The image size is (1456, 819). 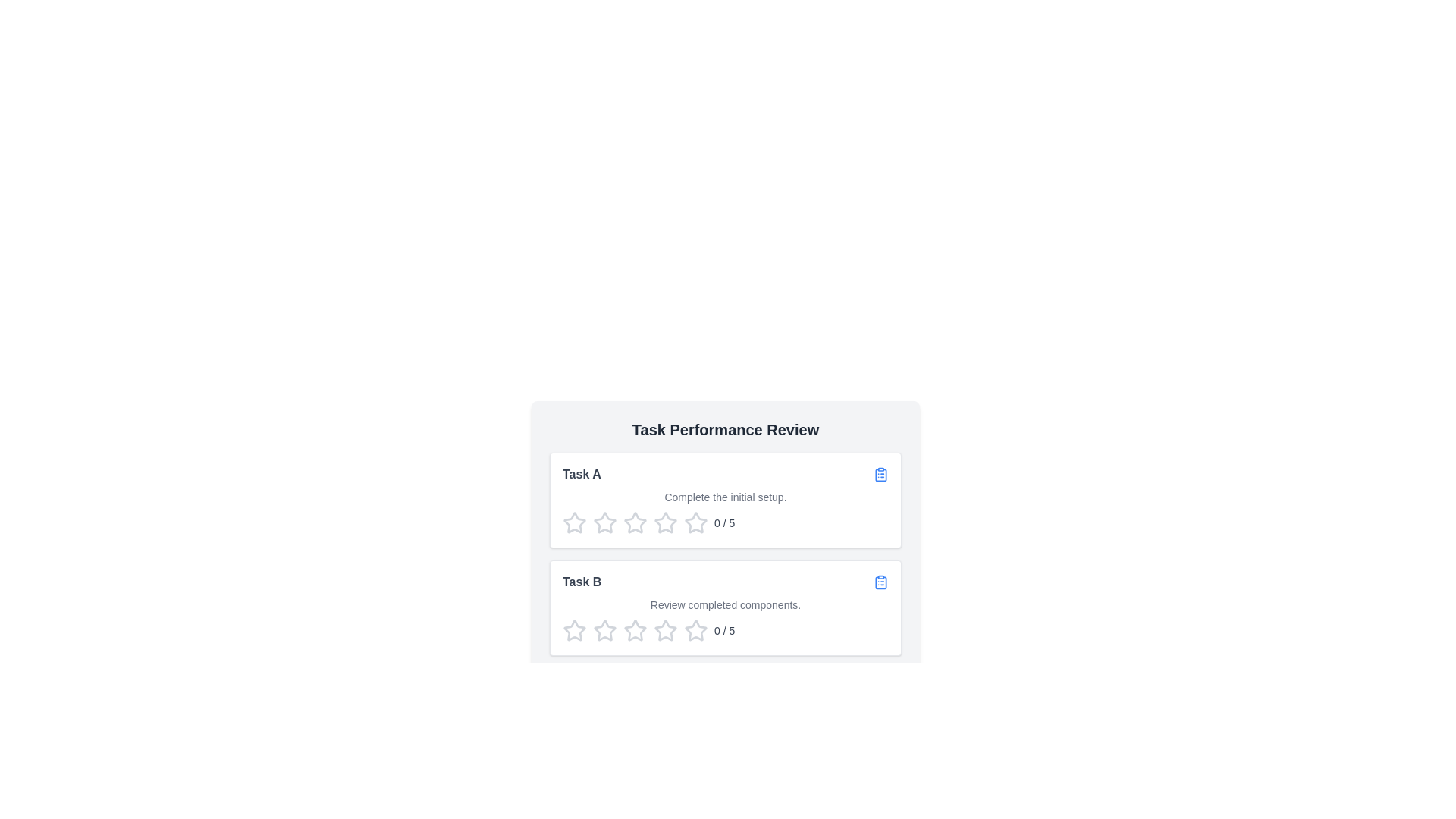 What do you see at coordinates (635, 522) in the screenshot?
I see `the second rating star icon in the 'Task A' section of the 'Task Performance Review' panel` at bounding box center [635, 522].